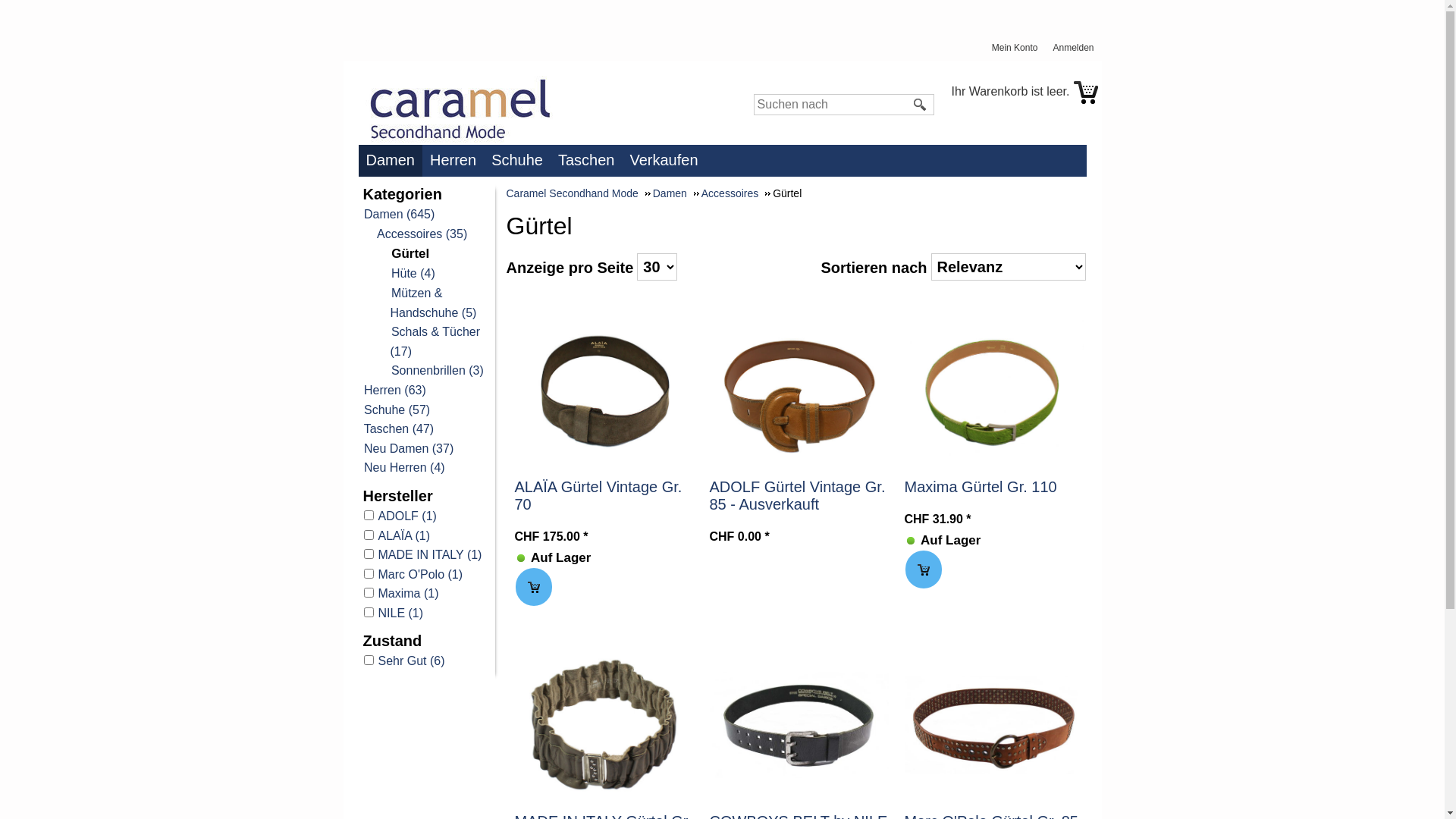 The width and height of the screenshot is (1456, 819). What do you see at coordinates (362, 409) in the screenshot?
I see `'Schuhe (57)'` at bounding box center [362, 409].